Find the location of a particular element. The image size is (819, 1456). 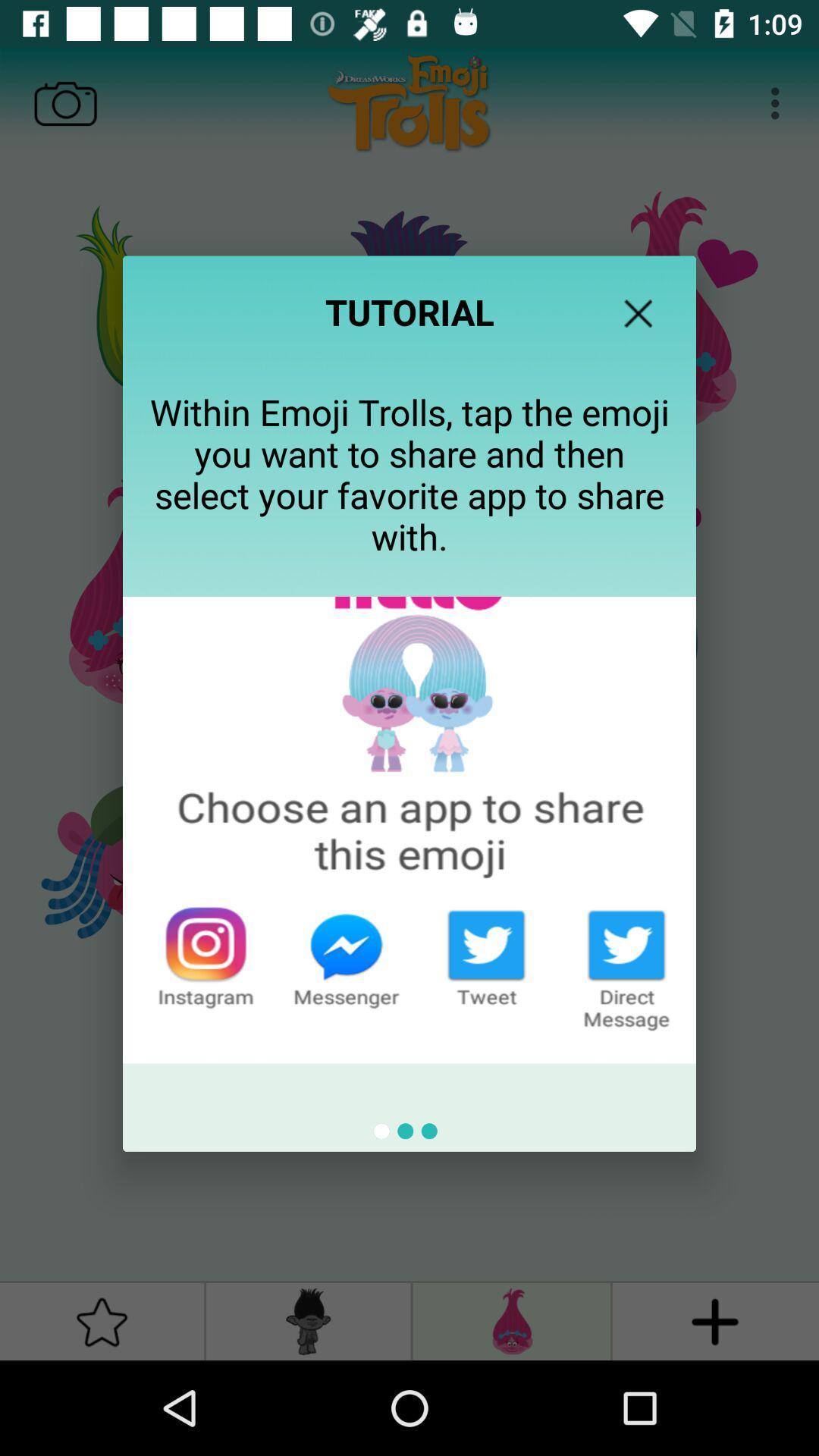

the icon above the within emoji trolls icon is located at coordinates (638, 312).